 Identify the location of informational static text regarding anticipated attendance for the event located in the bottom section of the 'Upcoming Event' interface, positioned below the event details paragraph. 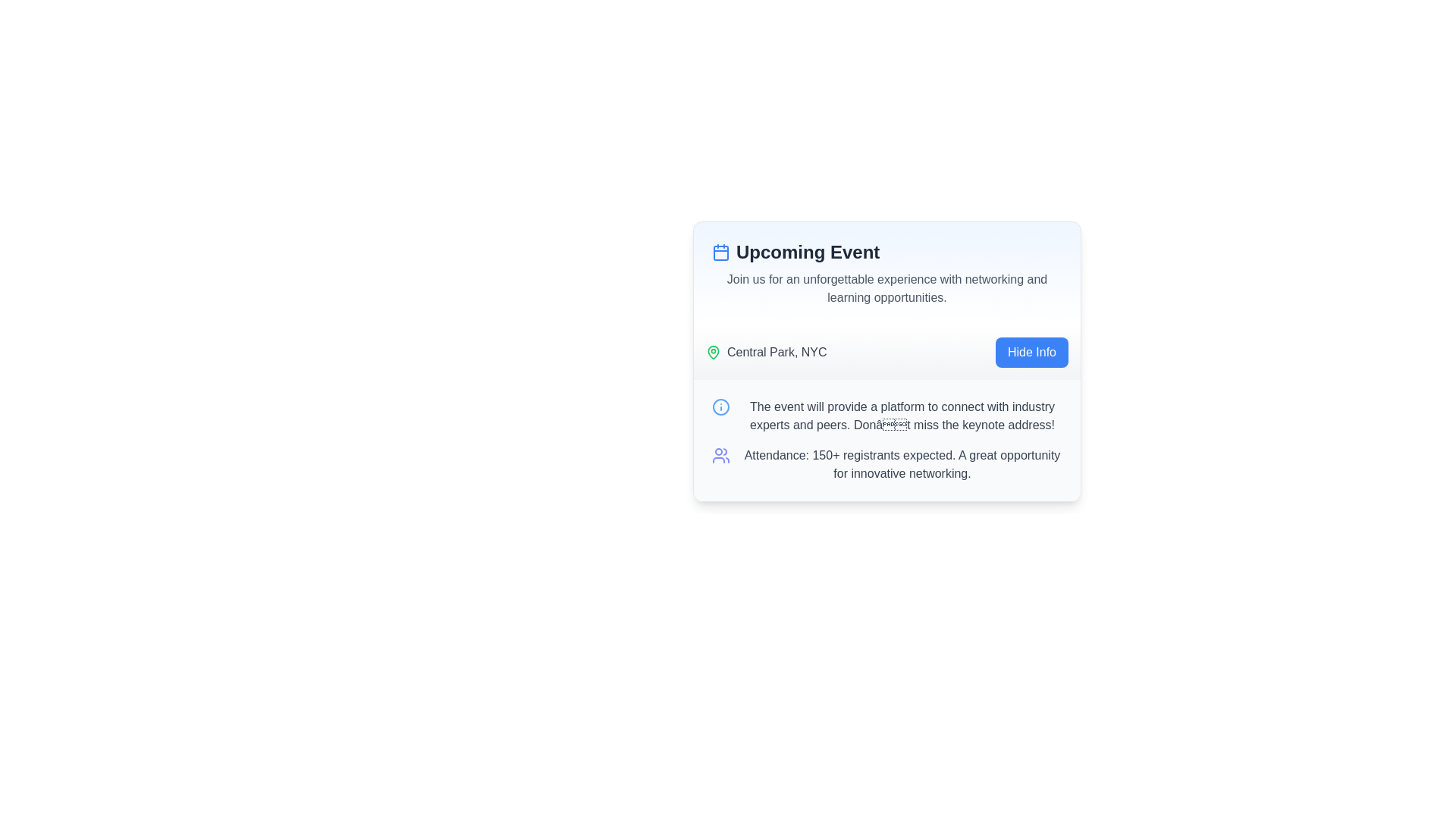
(902, 464).